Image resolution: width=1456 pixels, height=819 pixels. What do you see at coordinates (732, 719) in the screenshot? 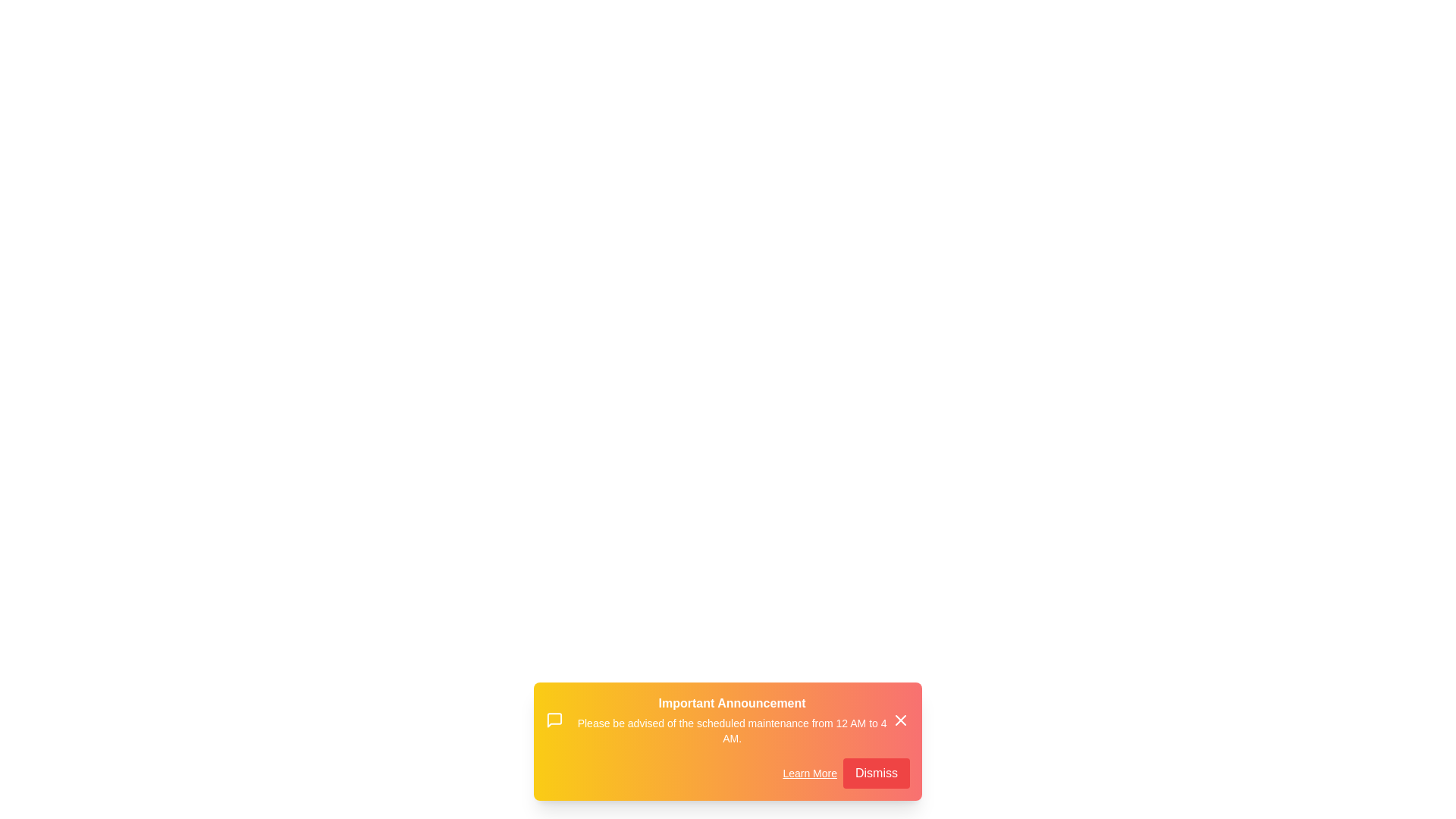
I see `the Text Block displaying 'Important Announcement' with a gradient background to read the message about scheduled maintenance` at bounding box center [732, 719].